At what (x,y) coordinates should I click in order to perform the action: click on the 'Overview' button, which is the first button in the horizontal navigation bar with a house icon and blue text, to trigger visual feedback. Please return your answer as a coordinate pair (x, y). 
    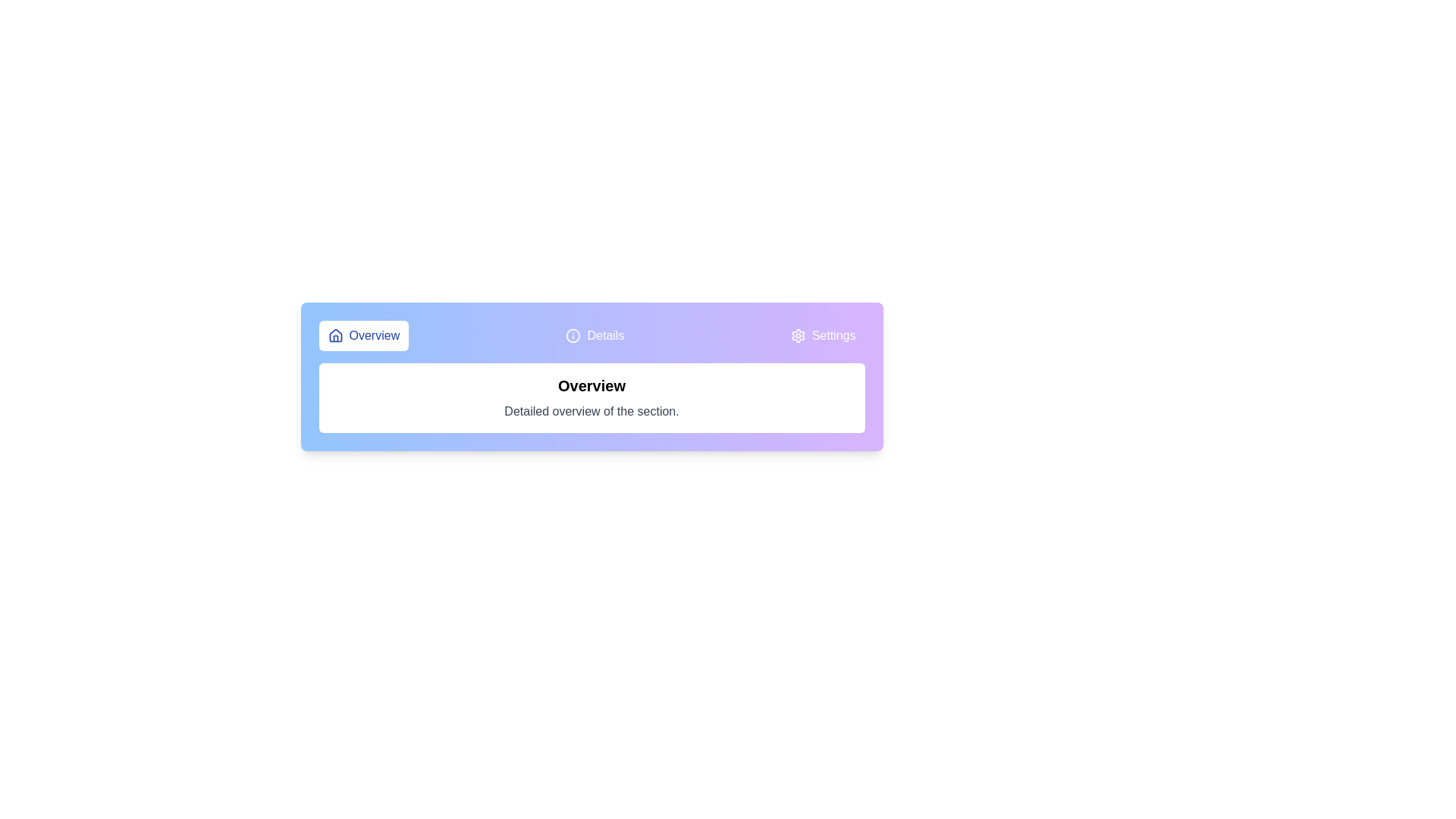
    Looking at the image, I should click on (362, 335).